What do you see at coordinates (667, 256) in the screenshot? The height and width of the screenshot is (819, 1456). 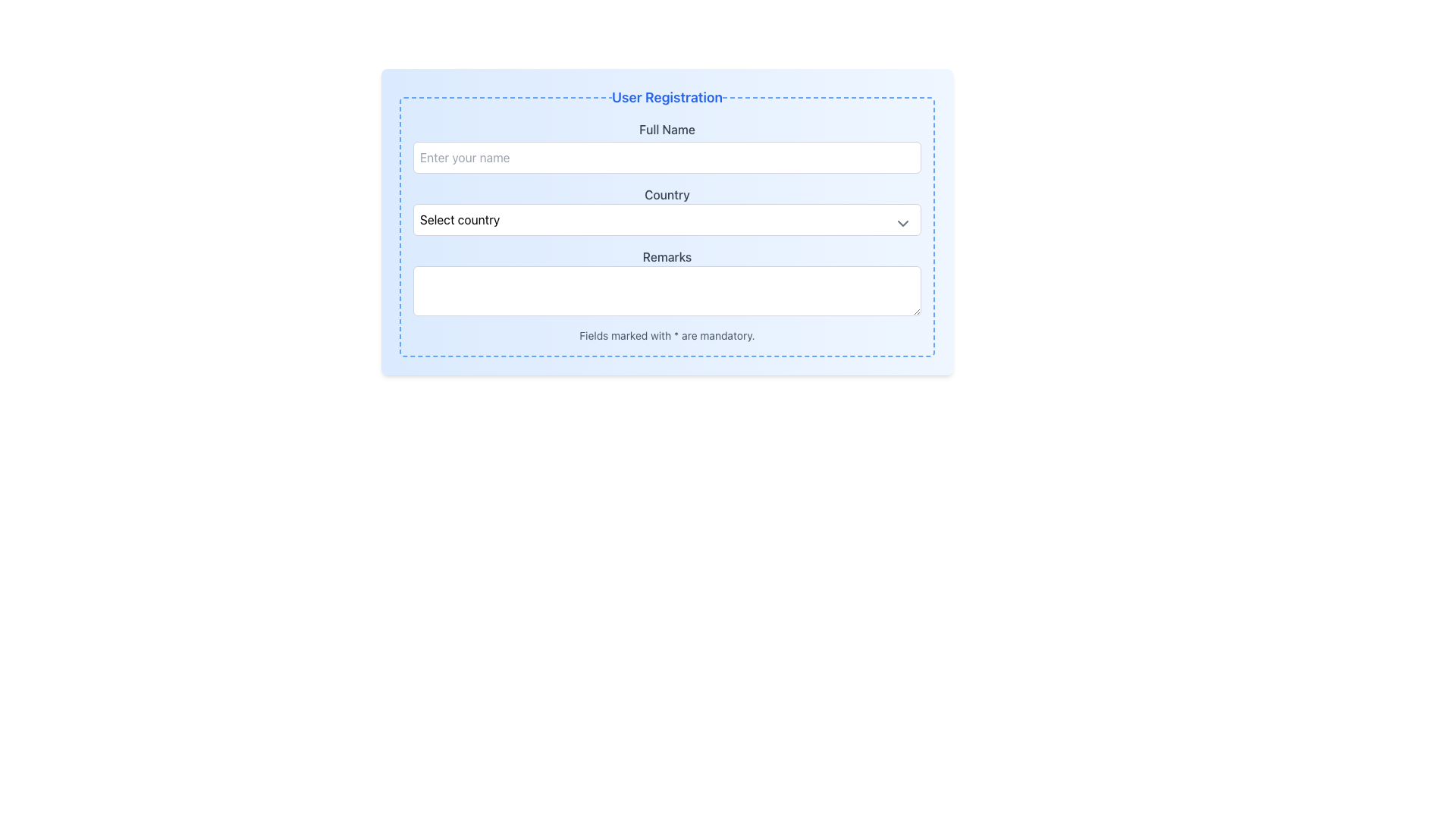 I see `the label for the 'Remarks' textarea input field in the user registration form, which is positioned beneath the 'Country' dropdown` at bounding box center [667, 256].